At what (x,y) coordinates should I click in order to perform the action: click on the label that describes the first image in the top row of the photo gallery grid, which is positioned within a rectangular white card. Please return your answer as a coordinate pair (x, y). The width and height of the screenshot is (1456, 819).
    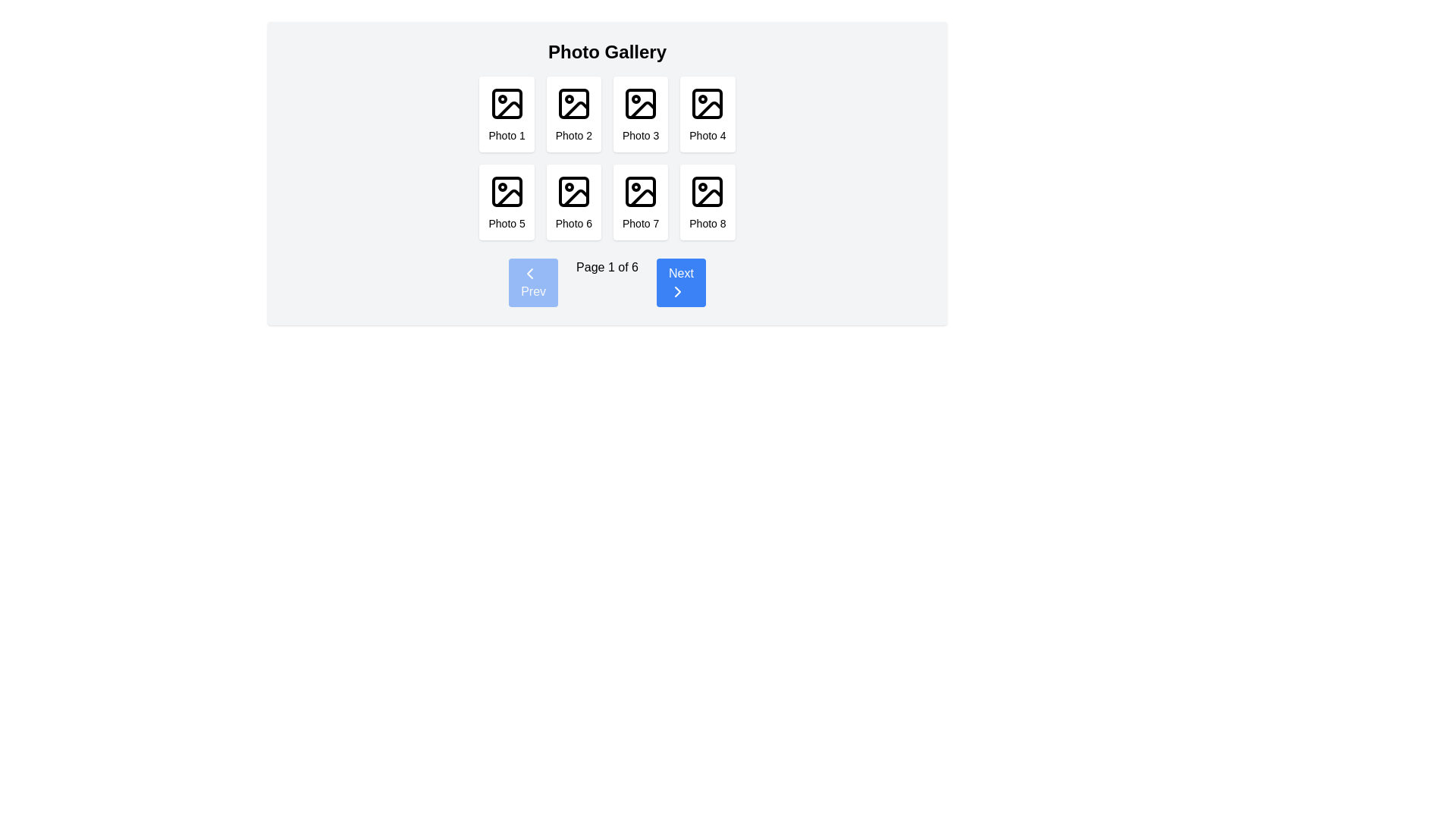
    Looking at the image, I should click on (507, 134).